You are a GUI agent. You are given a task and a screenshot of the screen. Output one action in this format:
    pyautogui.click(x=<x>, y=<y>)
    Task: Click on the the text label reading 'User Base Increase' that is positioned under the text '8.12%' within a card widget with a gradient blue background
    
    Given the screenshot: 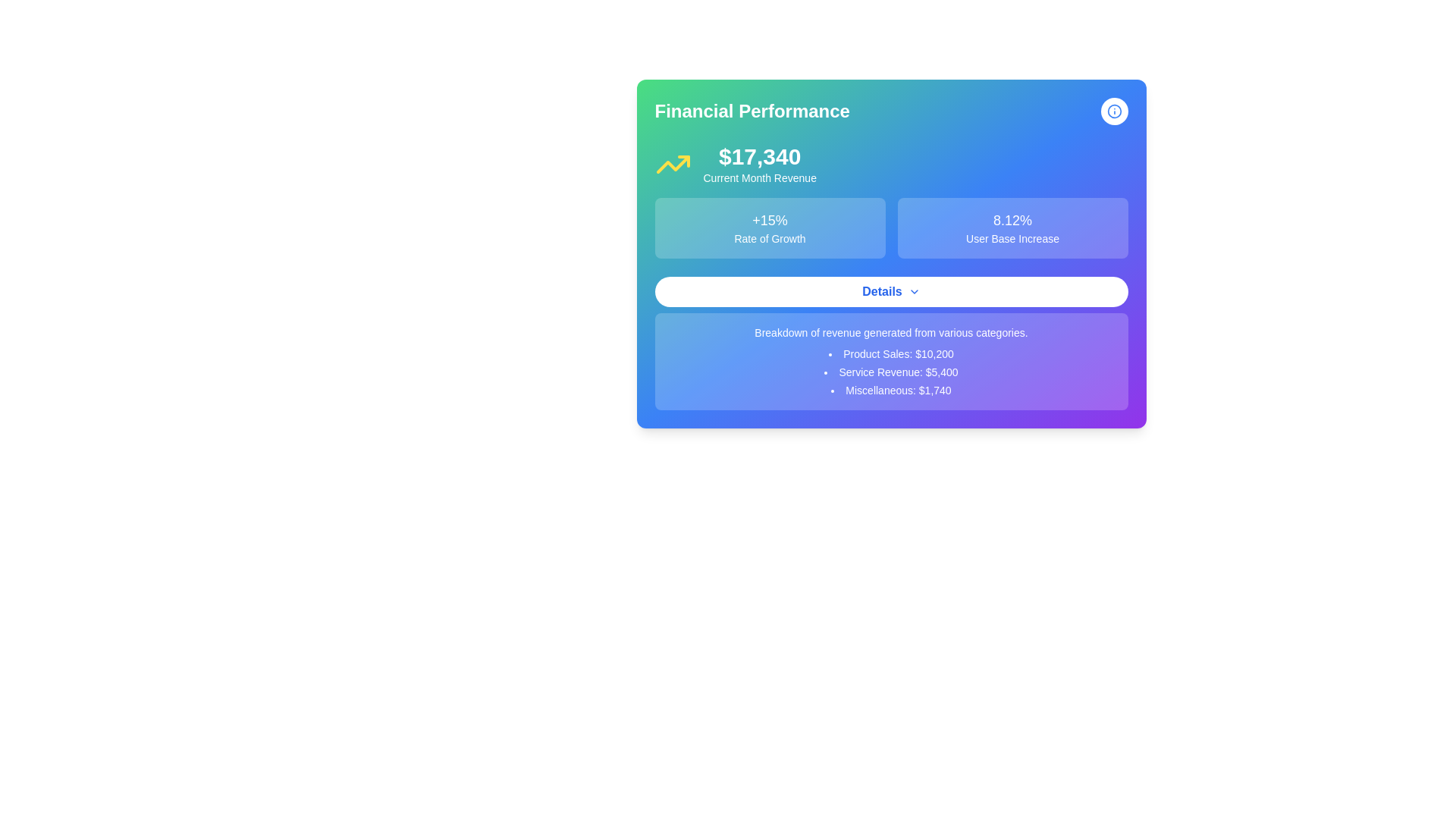 What is the action you would take?
    pyautogui.click(x=1012, y=239)
    